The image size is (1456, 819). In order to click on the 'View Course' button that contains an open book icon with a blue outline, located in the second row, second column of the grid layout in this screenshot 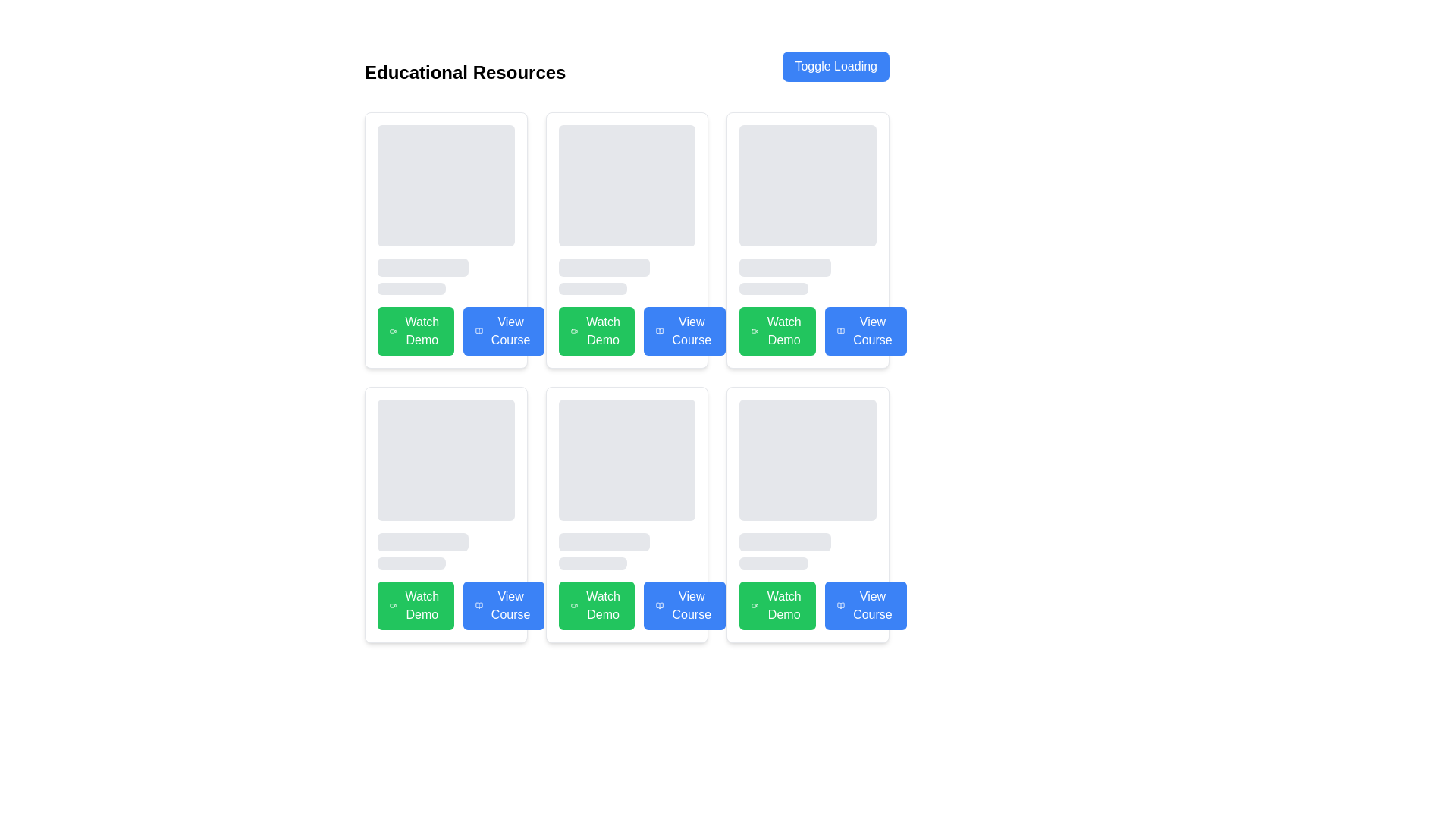, I will do `click(660, 604)`.